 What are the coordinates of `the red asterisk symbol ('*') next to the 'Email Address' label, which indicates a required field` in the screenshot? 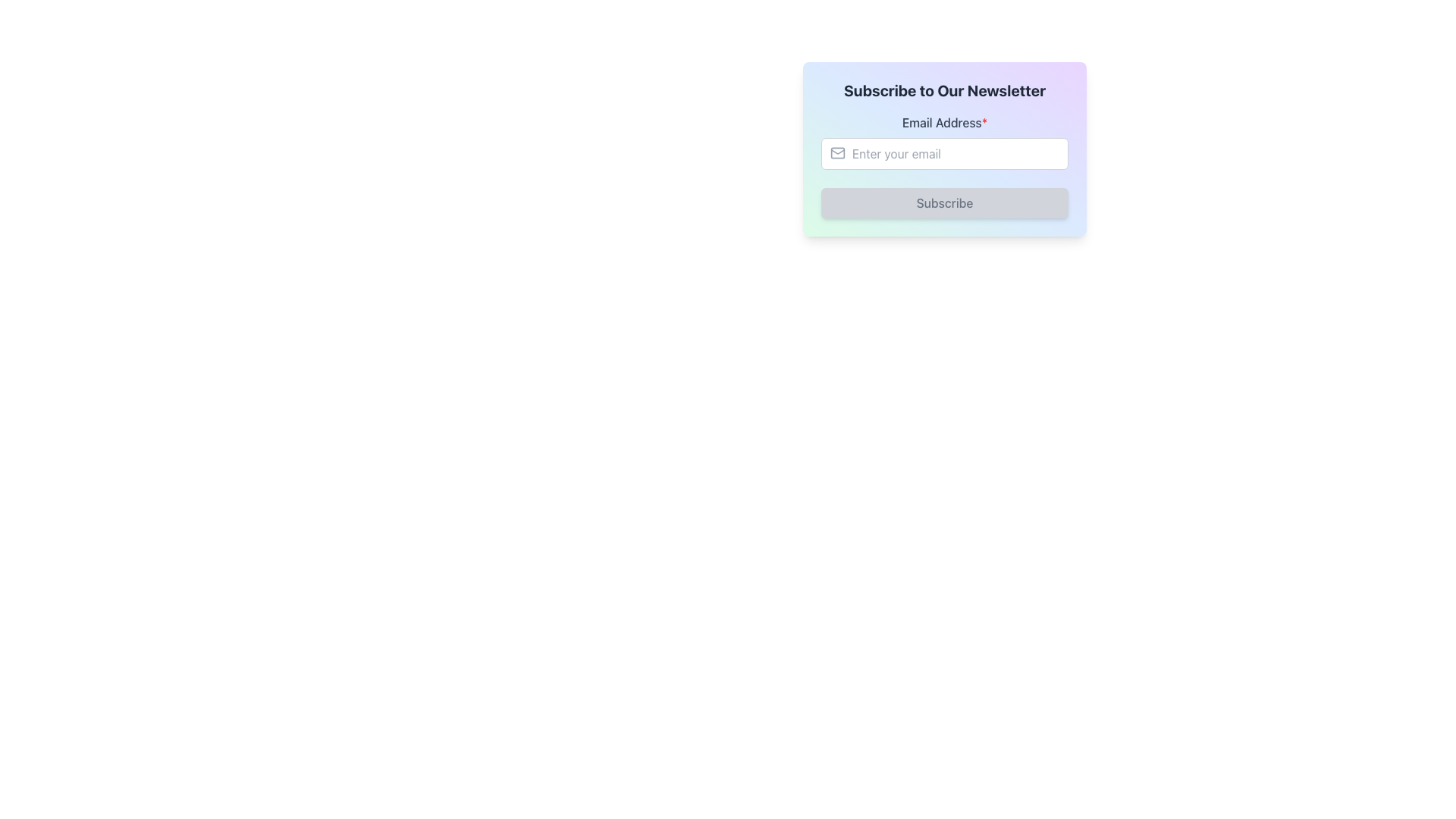 It's located at (984, 122).